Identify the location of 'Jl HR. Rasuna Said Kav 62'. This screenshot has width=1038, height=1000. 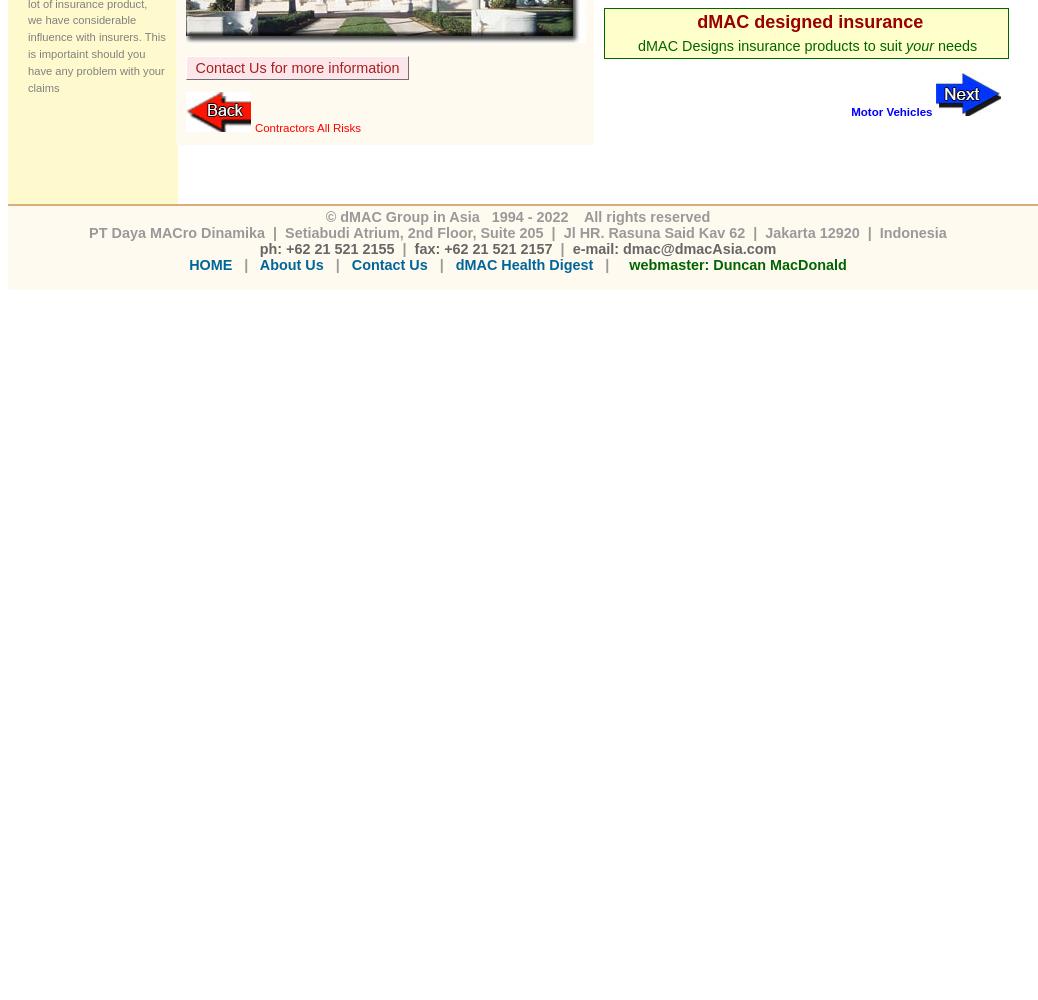
(653, 231).